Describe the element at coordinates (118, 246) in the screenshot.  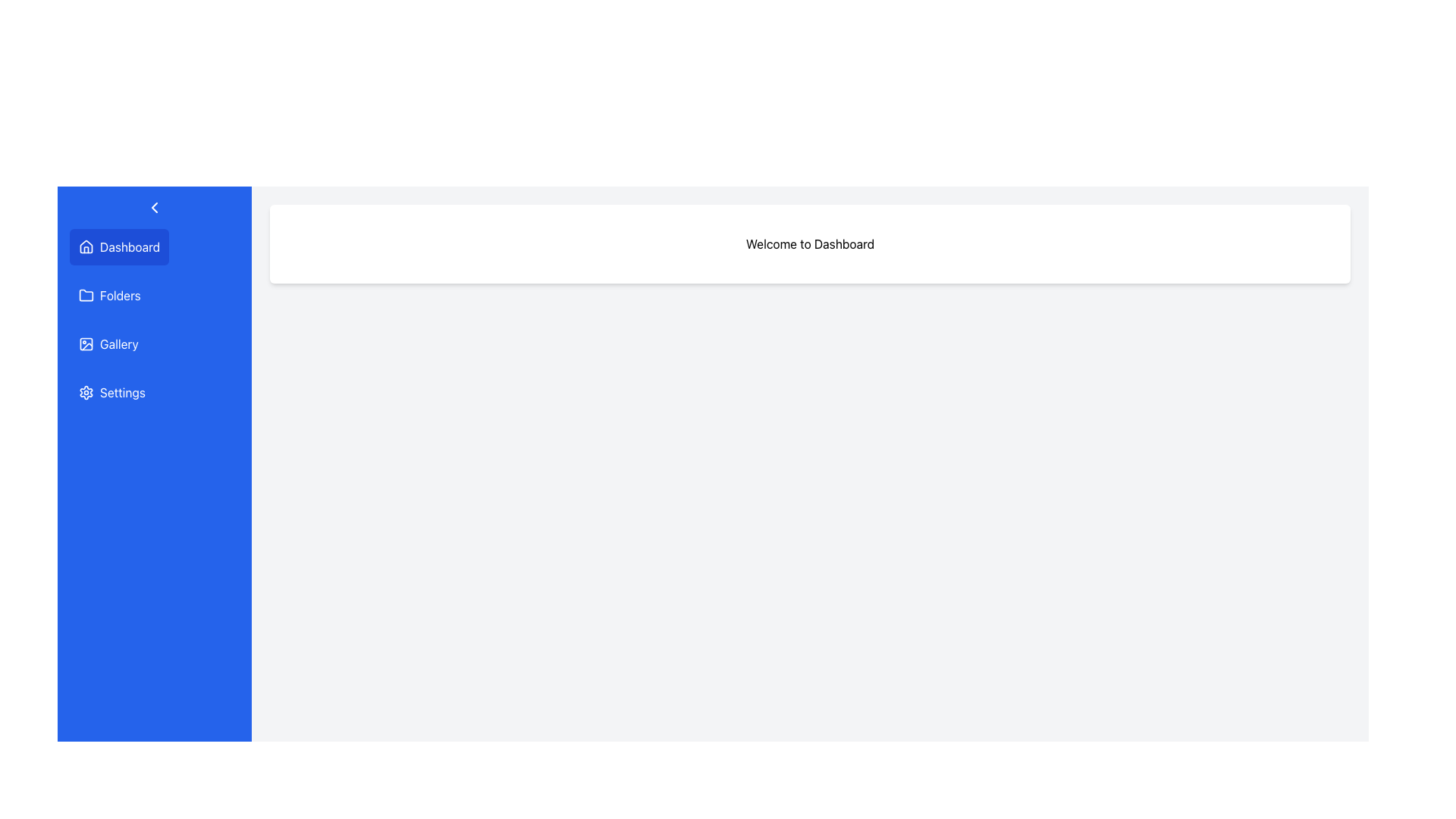
I see `the navigation button for accessing the 'Dashboard' section, which is located at the top of the sidebar navigation menu` at that location.